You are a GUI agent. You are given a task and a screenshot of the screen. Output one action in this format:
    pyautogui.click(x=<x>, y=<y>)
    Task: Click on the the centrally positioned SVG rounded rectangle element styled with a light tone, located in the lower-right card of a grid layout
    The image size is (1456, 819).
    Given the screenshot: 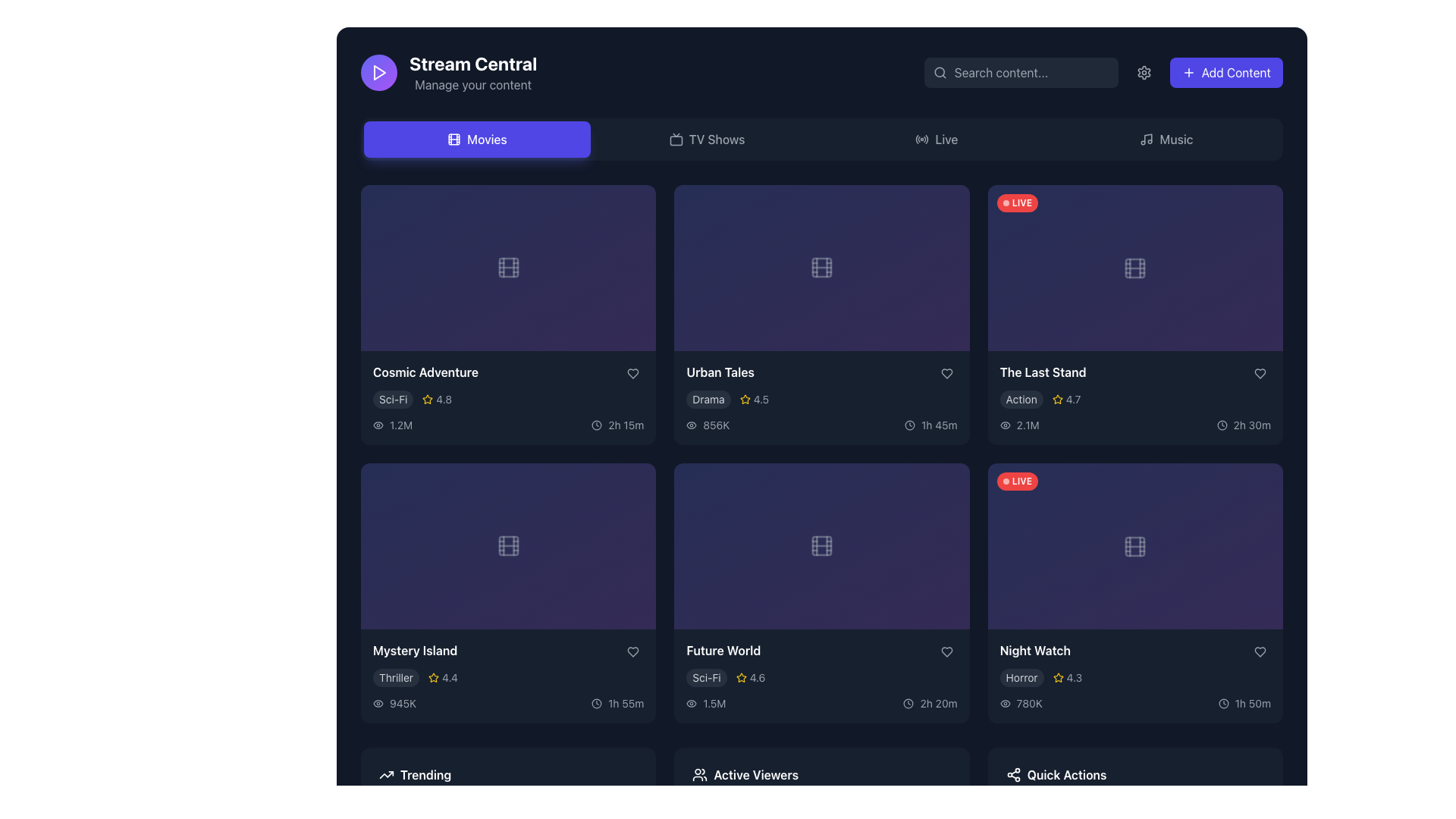 What is the action you would take?
    pyautogui.click(x=1135, y=546)
    